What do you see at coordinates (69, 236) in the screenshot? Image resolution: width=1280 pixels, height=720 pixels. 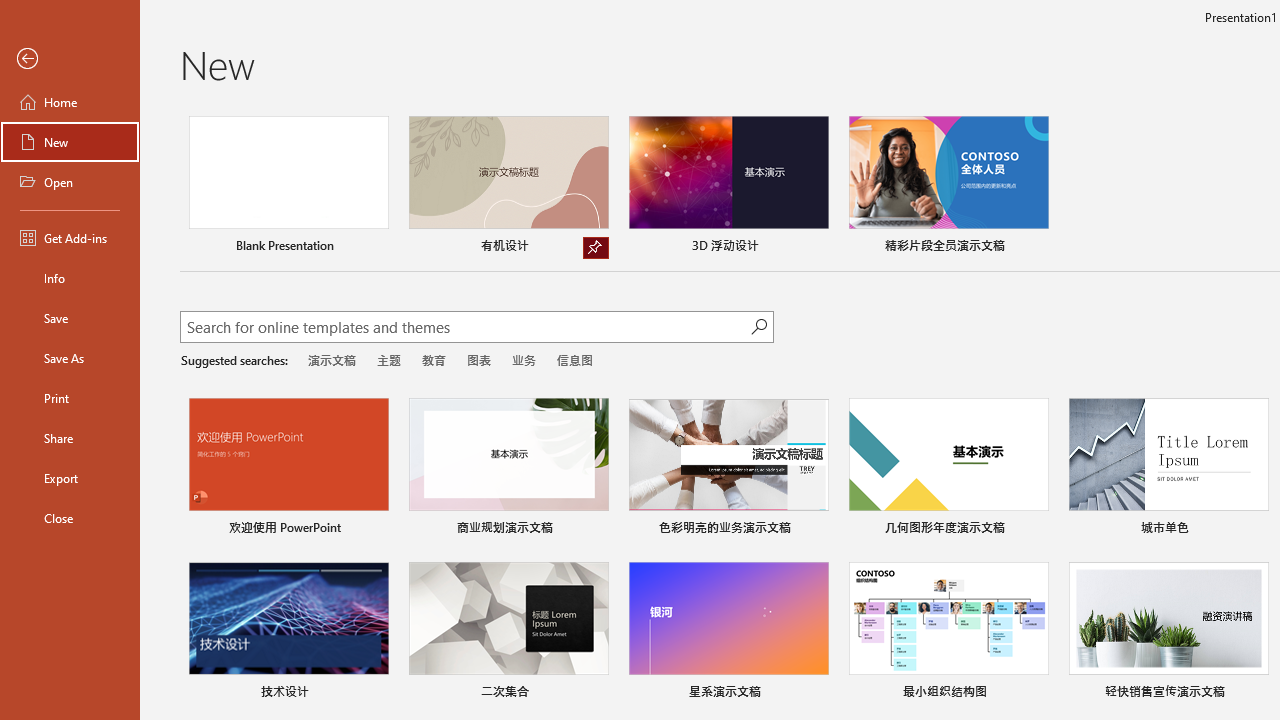 I see `'Get Add-ins'` at bounding box center [69, 236].